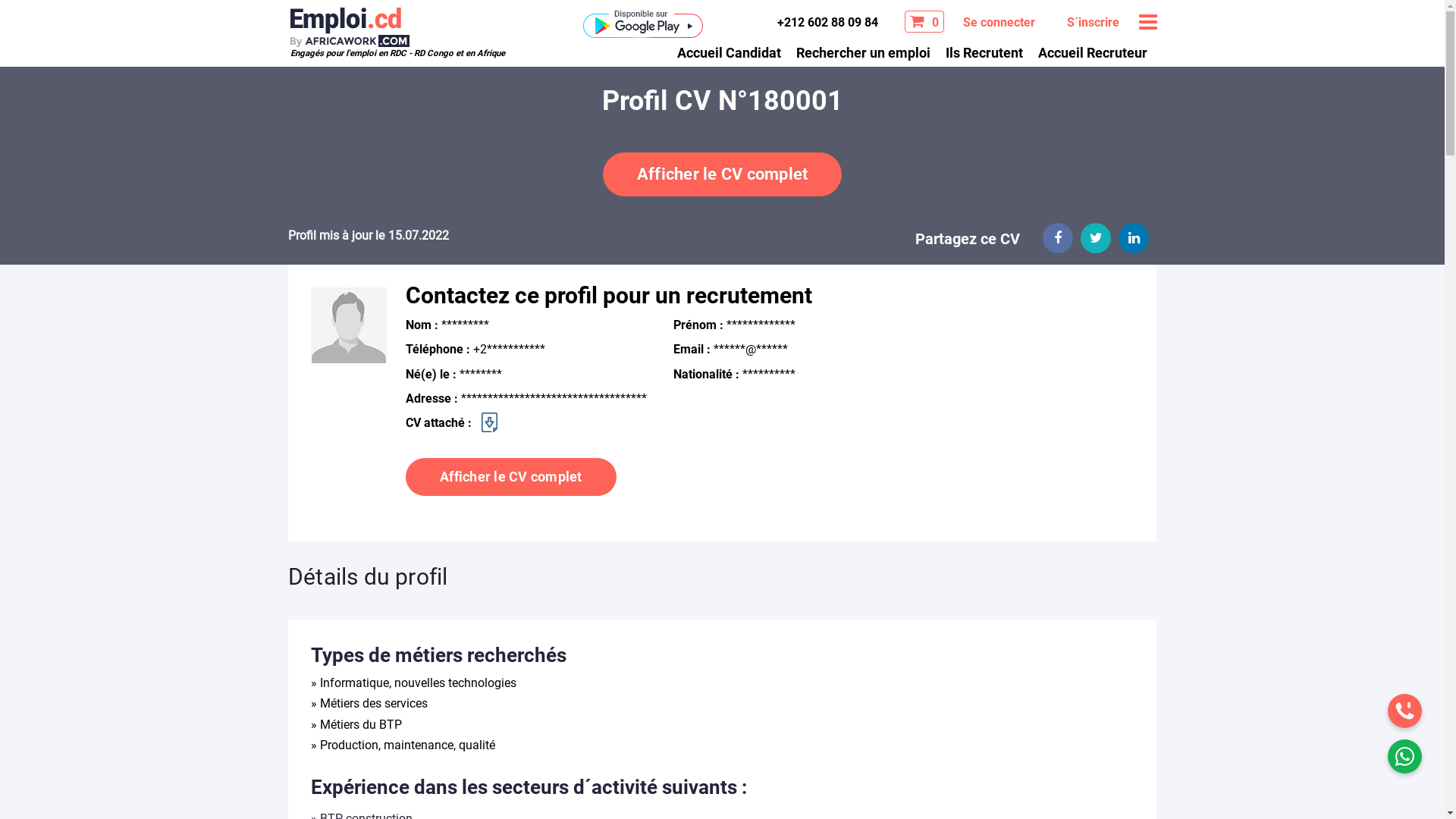 Image resolution: width=1456 pixels, height=819 pixels. I want to click on 'Rechercher un emploi', so click(863, 51).